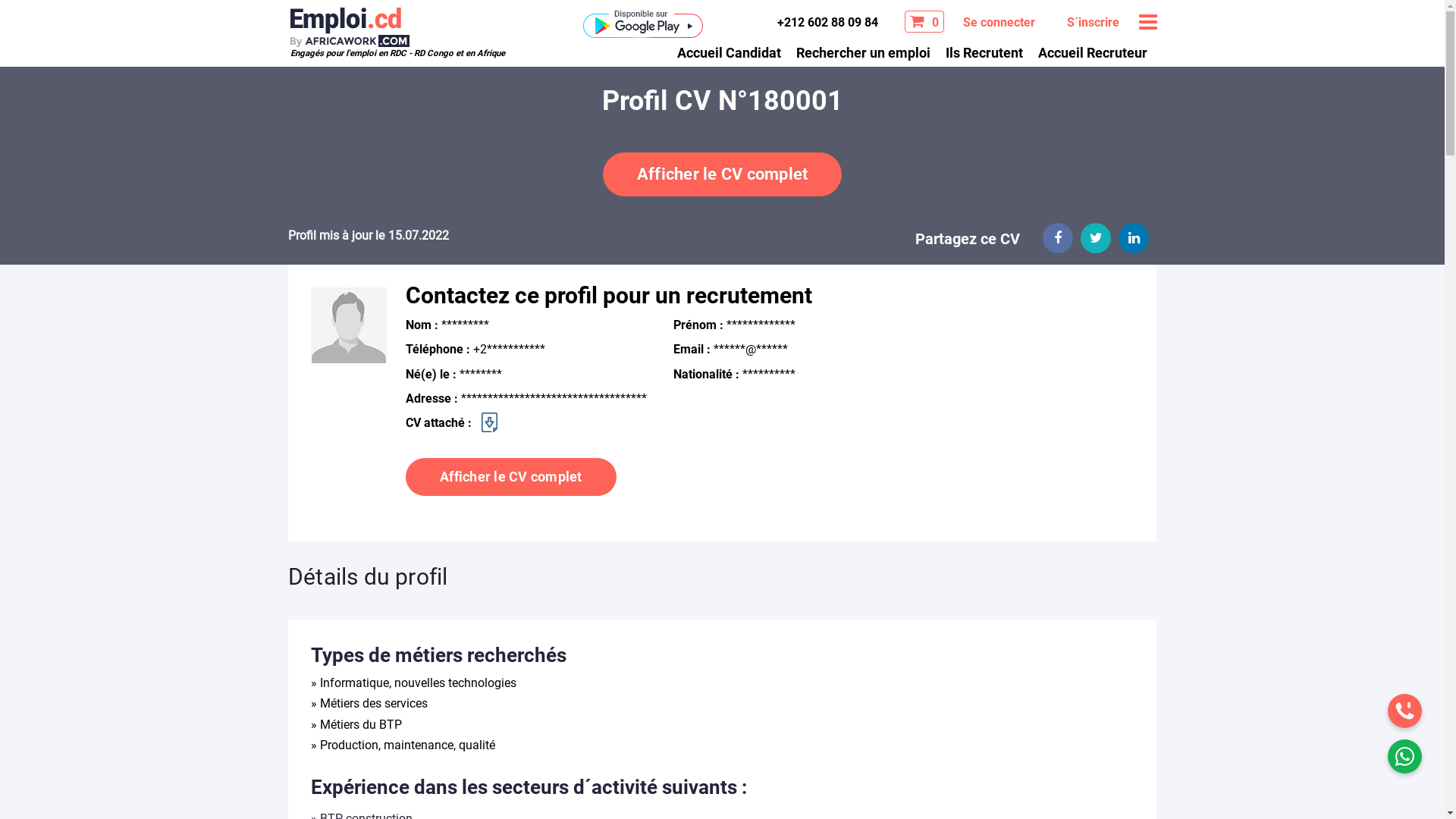 Image resolution: width=1456 pixels, height=819 pixels. I want to click on 'Rechercher un emploi', so click(863, 51).